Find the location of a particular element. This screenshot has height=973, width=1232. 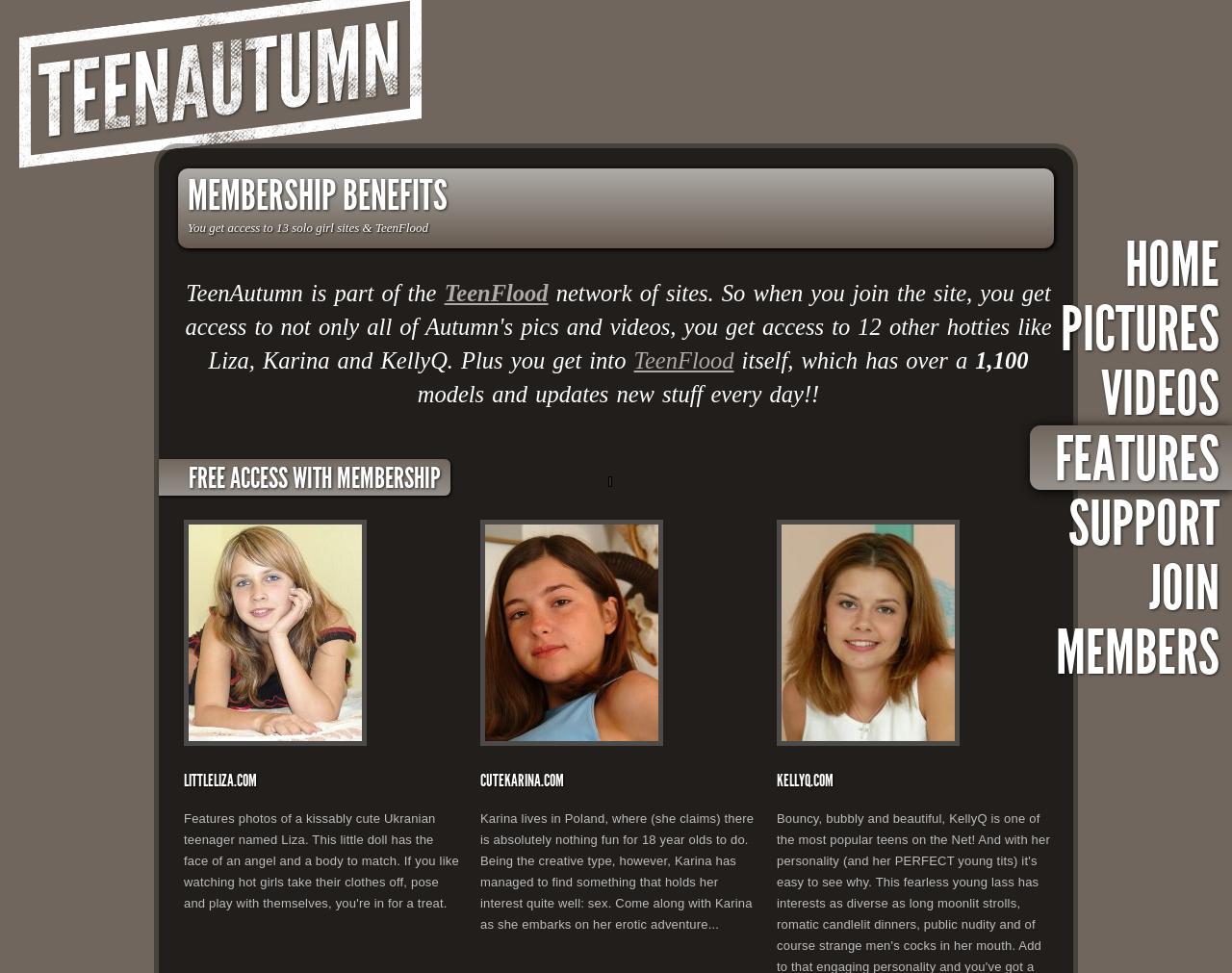

'Membership Benefits' is located at coordinates (317, 195).